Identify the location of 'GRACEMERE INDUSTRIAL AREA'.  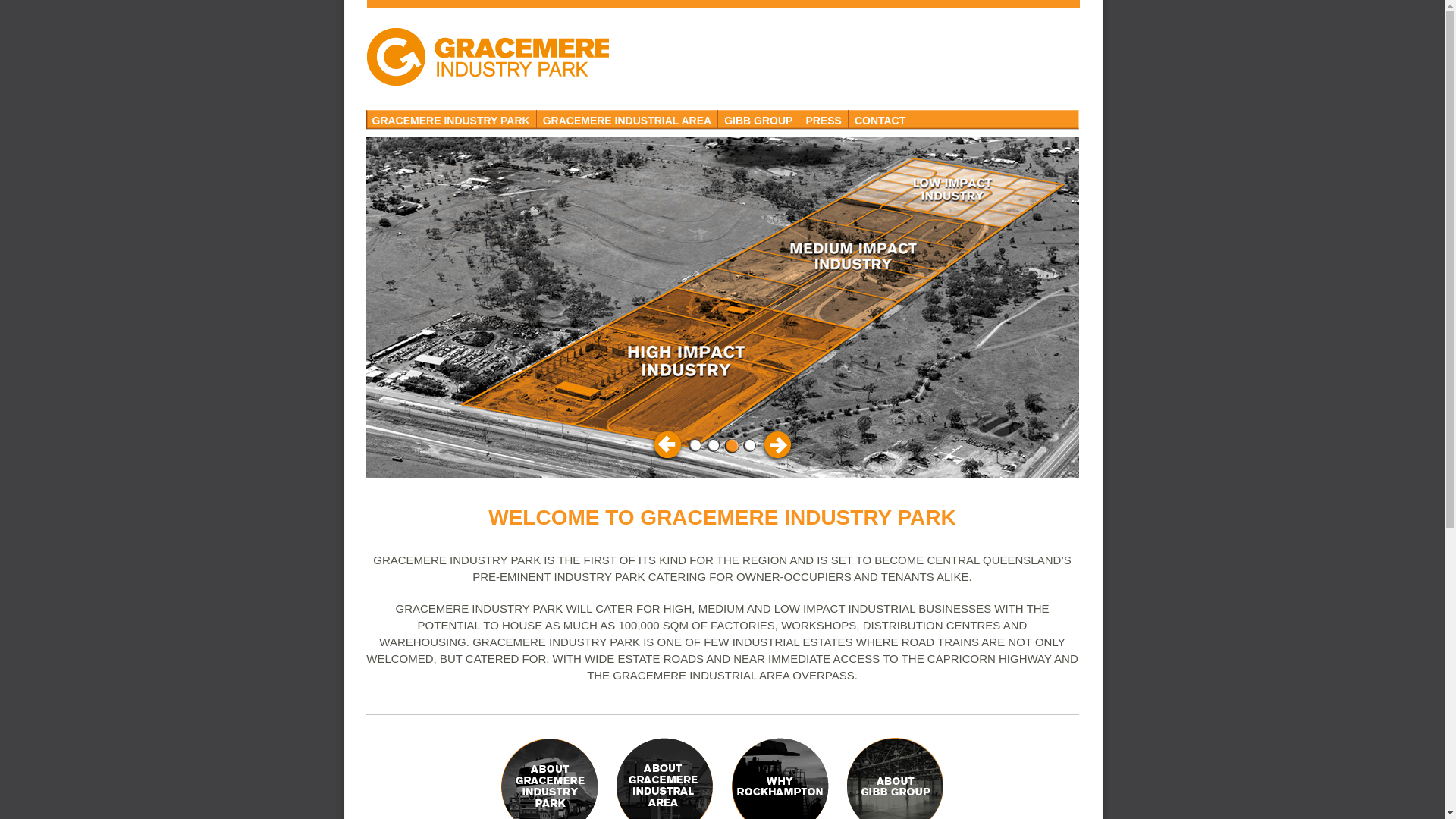
(627, 118).